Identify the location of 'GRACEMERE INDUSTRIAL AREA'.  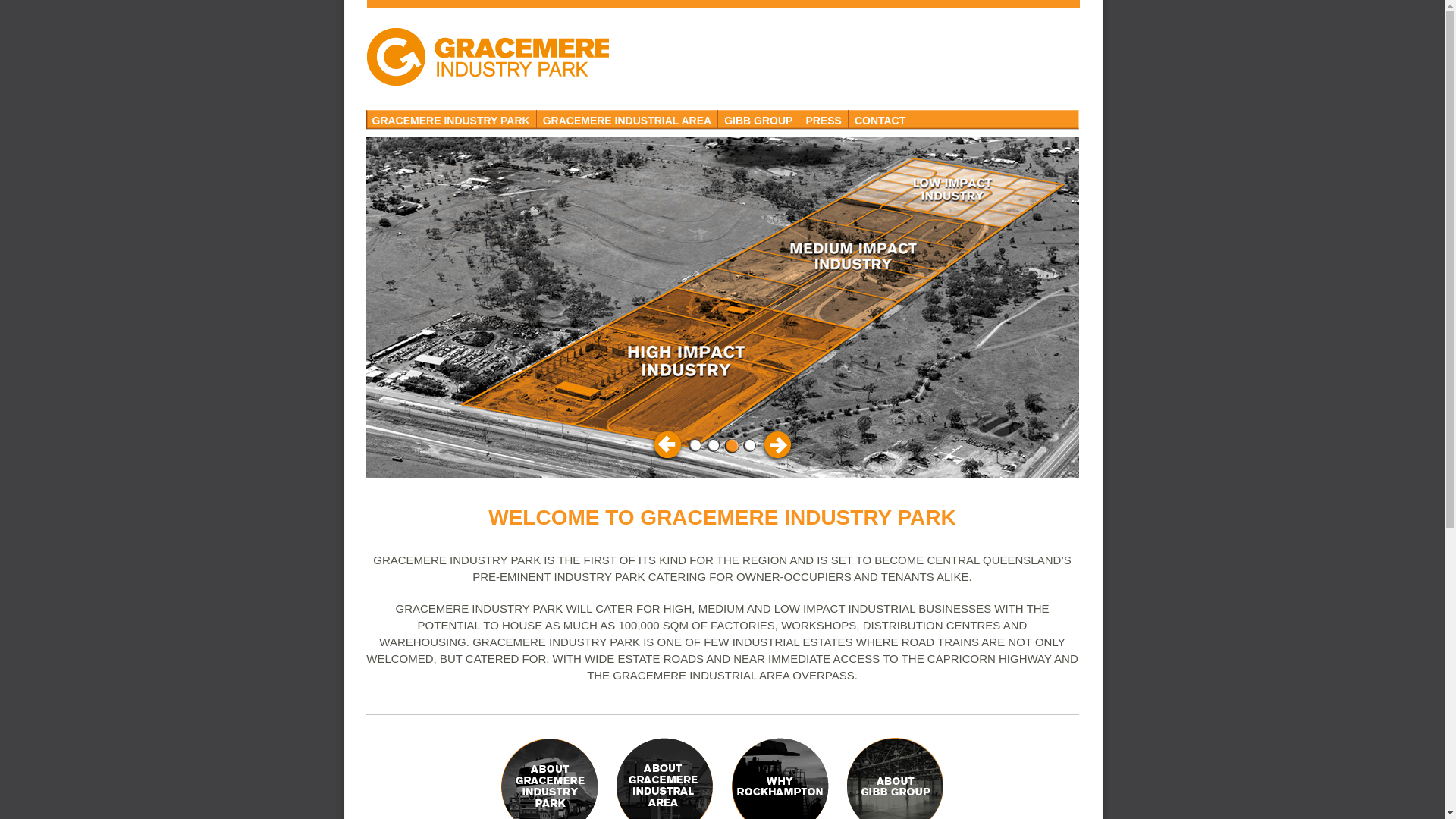
(627, 118).